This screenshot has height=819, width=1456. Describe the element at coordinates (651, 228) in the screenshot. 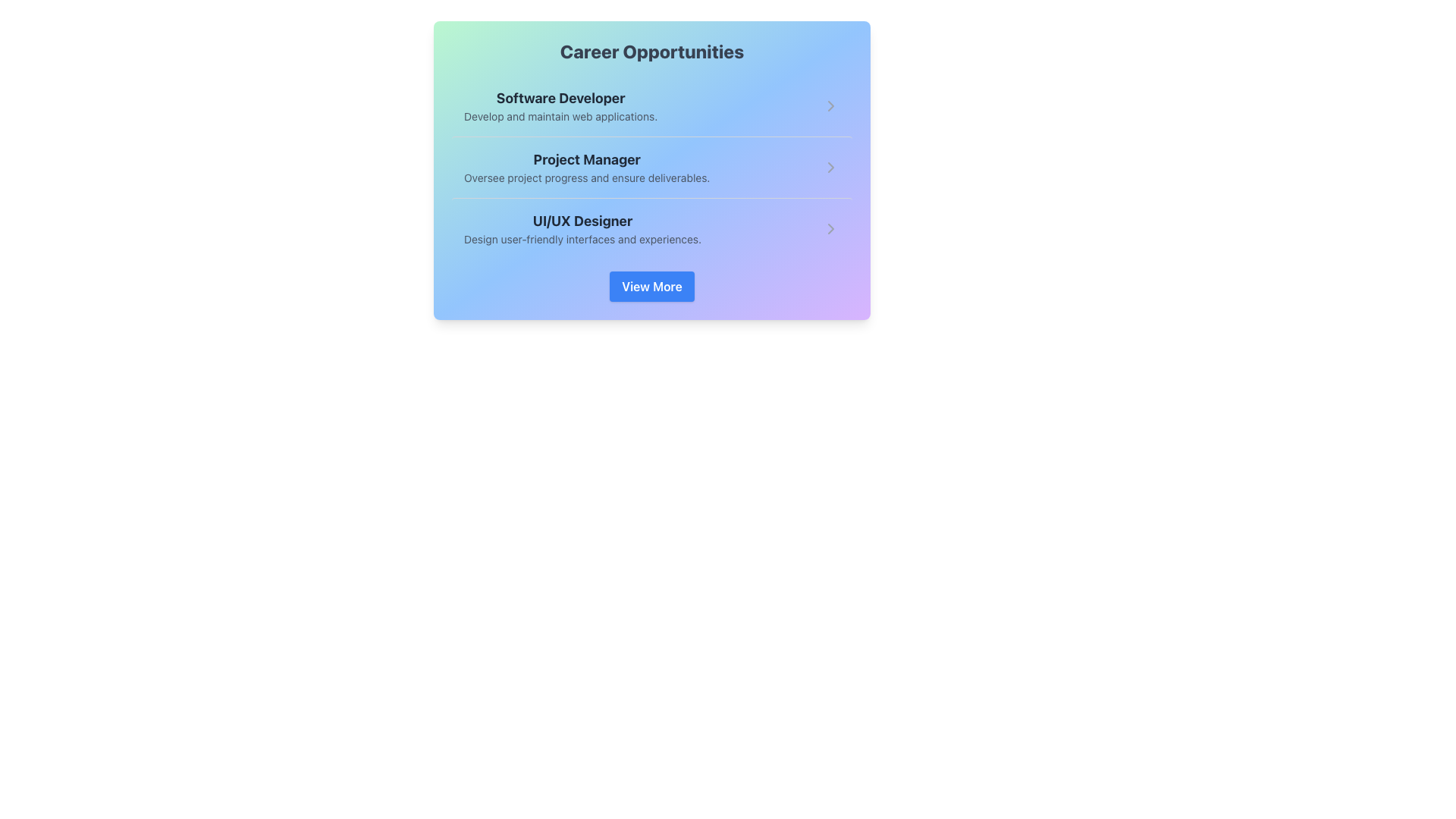

I see `the third item in the vertical list under the 'Career Opportunities' header, which represents a job listing for a 'UI/UX Designer'` at that location.